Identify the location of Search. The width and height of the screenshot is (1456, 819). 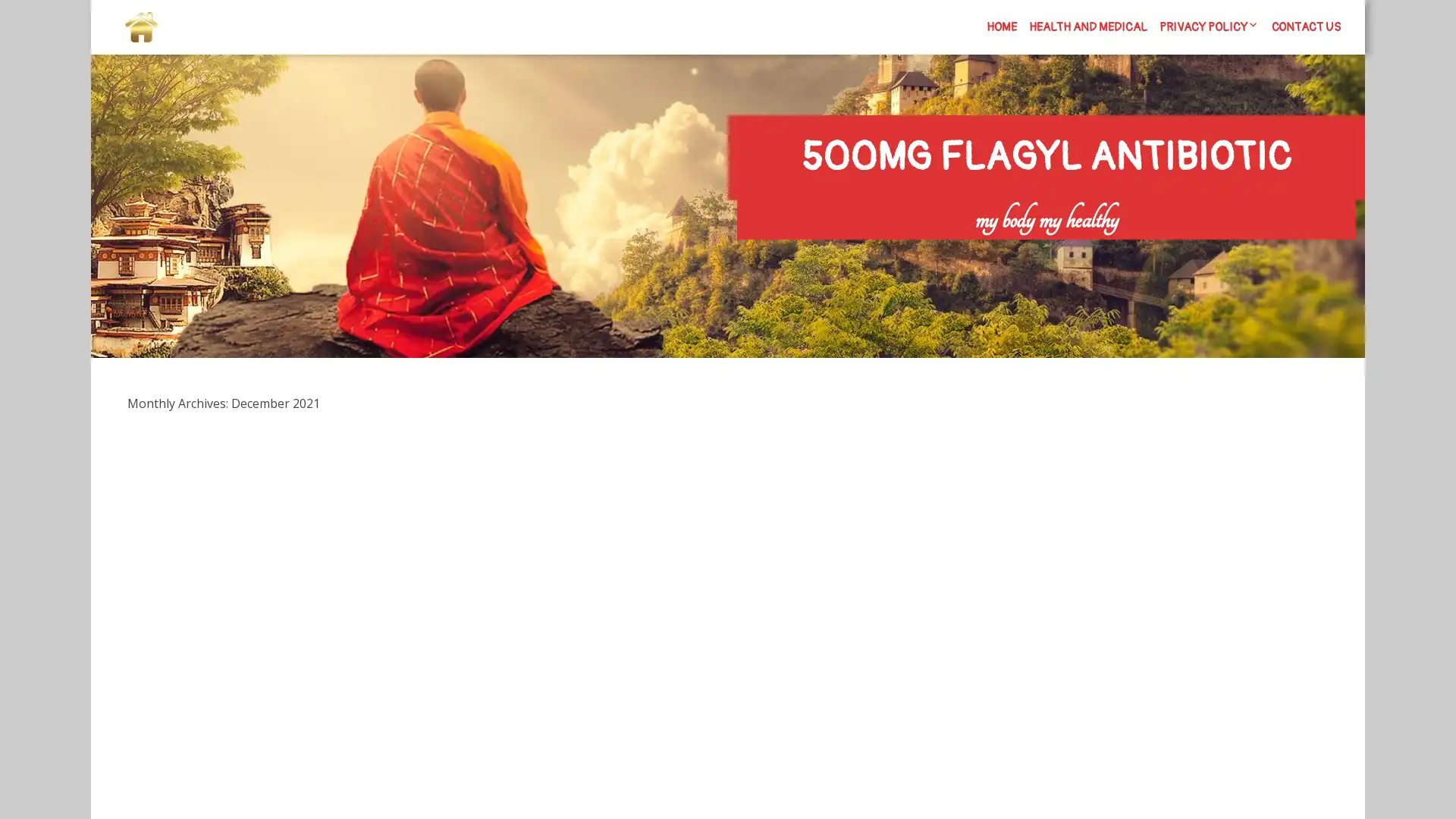
(1181, 248).